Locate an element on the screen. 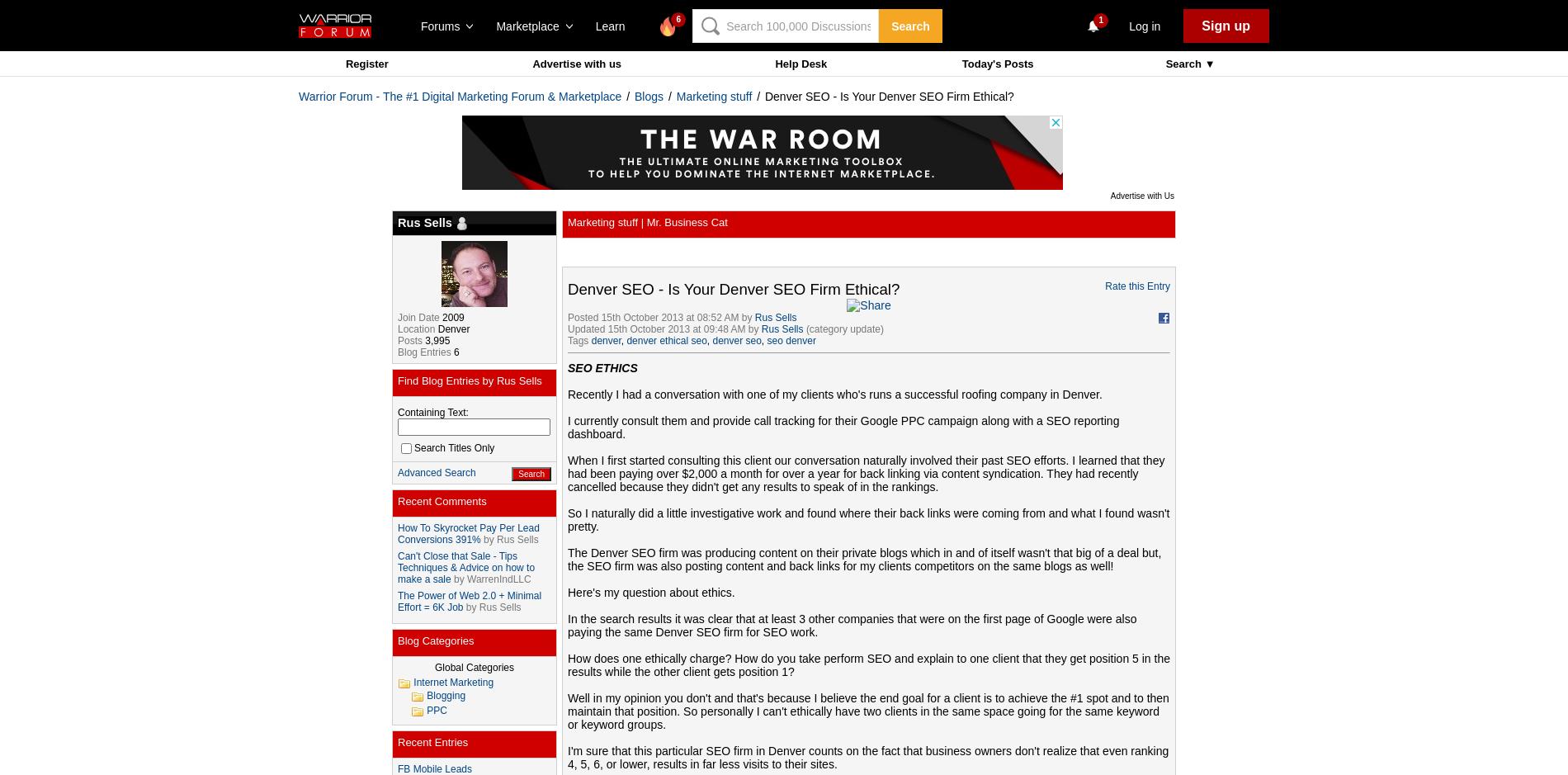  'Marketing stuff |' is located at coordinates (606, 221).